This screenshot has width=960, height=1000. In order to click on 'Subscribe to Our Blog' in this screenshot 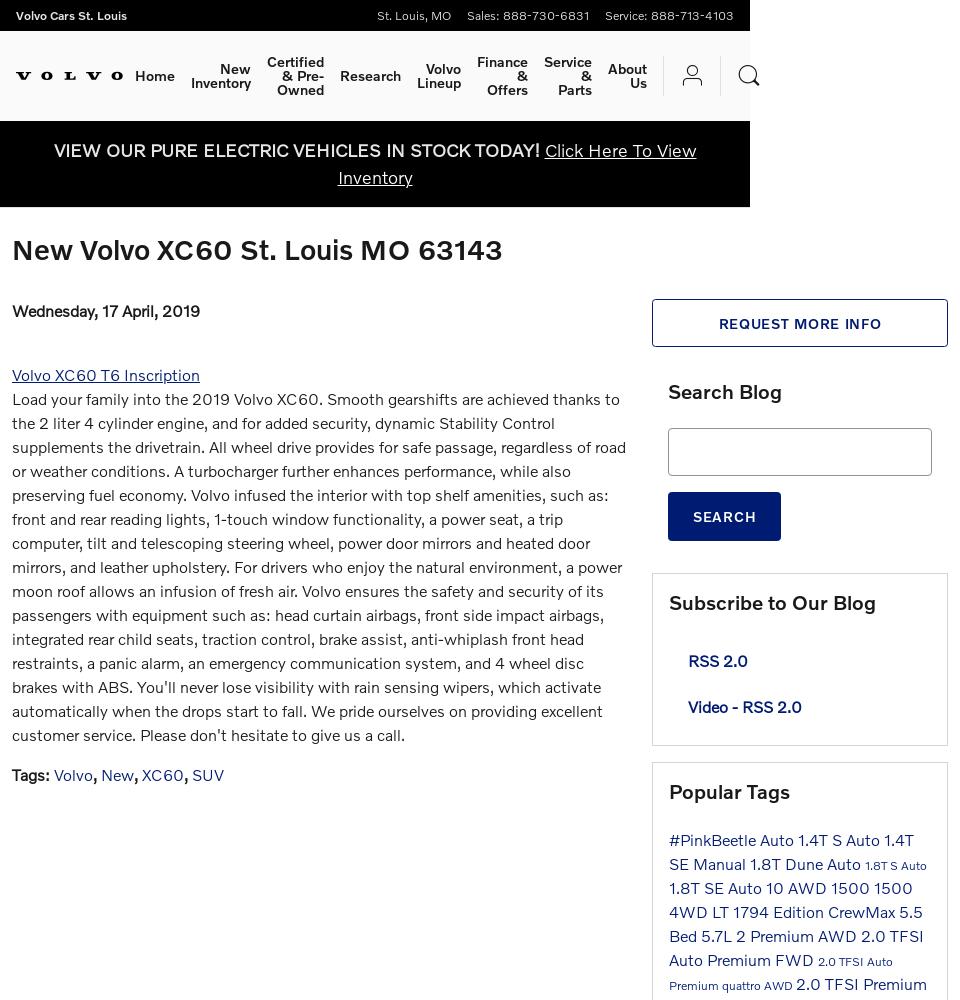, I will do `click(771, 600)`.